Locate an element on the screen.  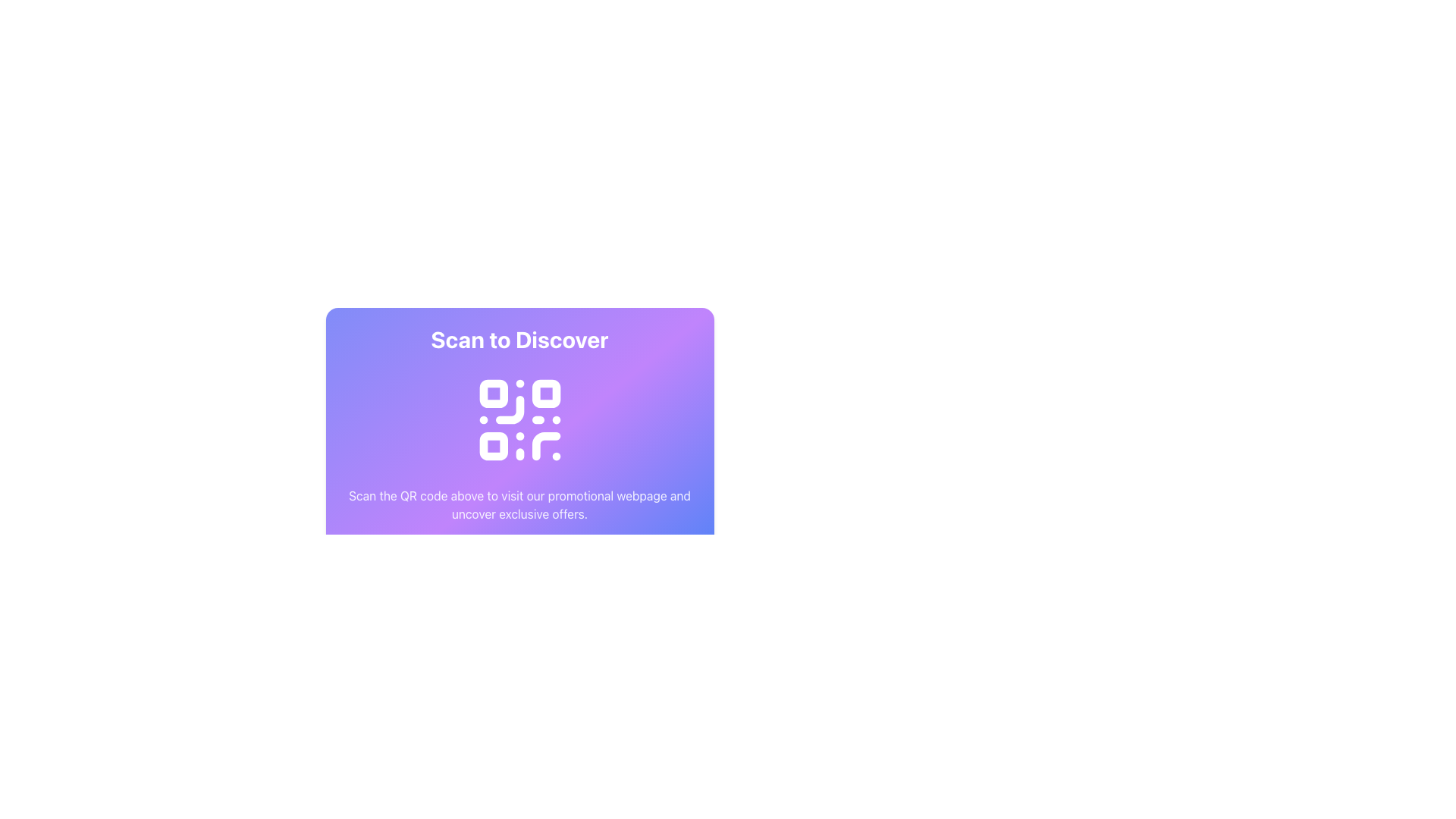
the central Informational Section that contains the QR code for promotional offers to enable interaction is located at coordinates (519, 424).